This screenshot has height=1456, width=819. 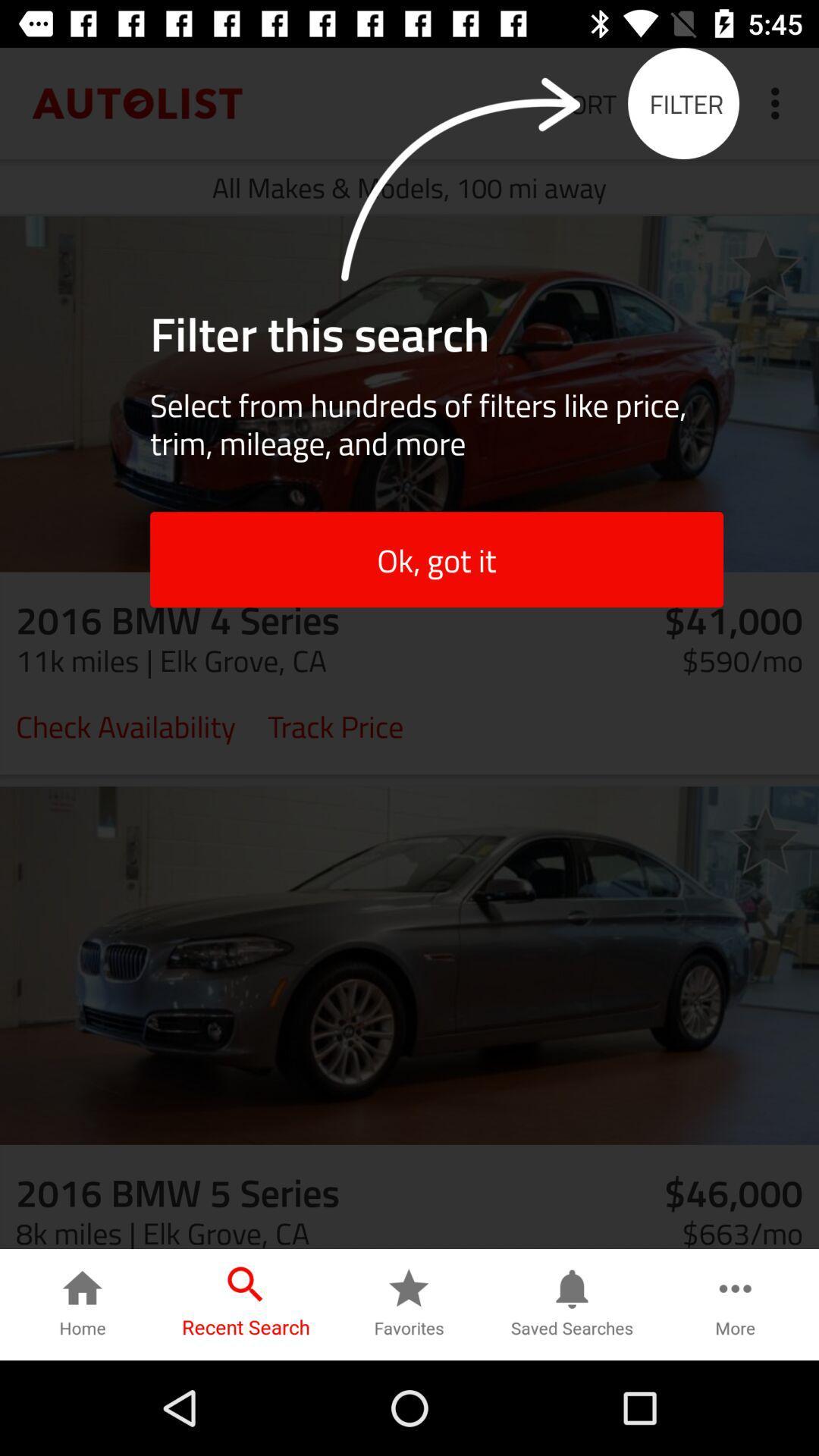 I want to click on item on the left, so click(x=125, y=724).